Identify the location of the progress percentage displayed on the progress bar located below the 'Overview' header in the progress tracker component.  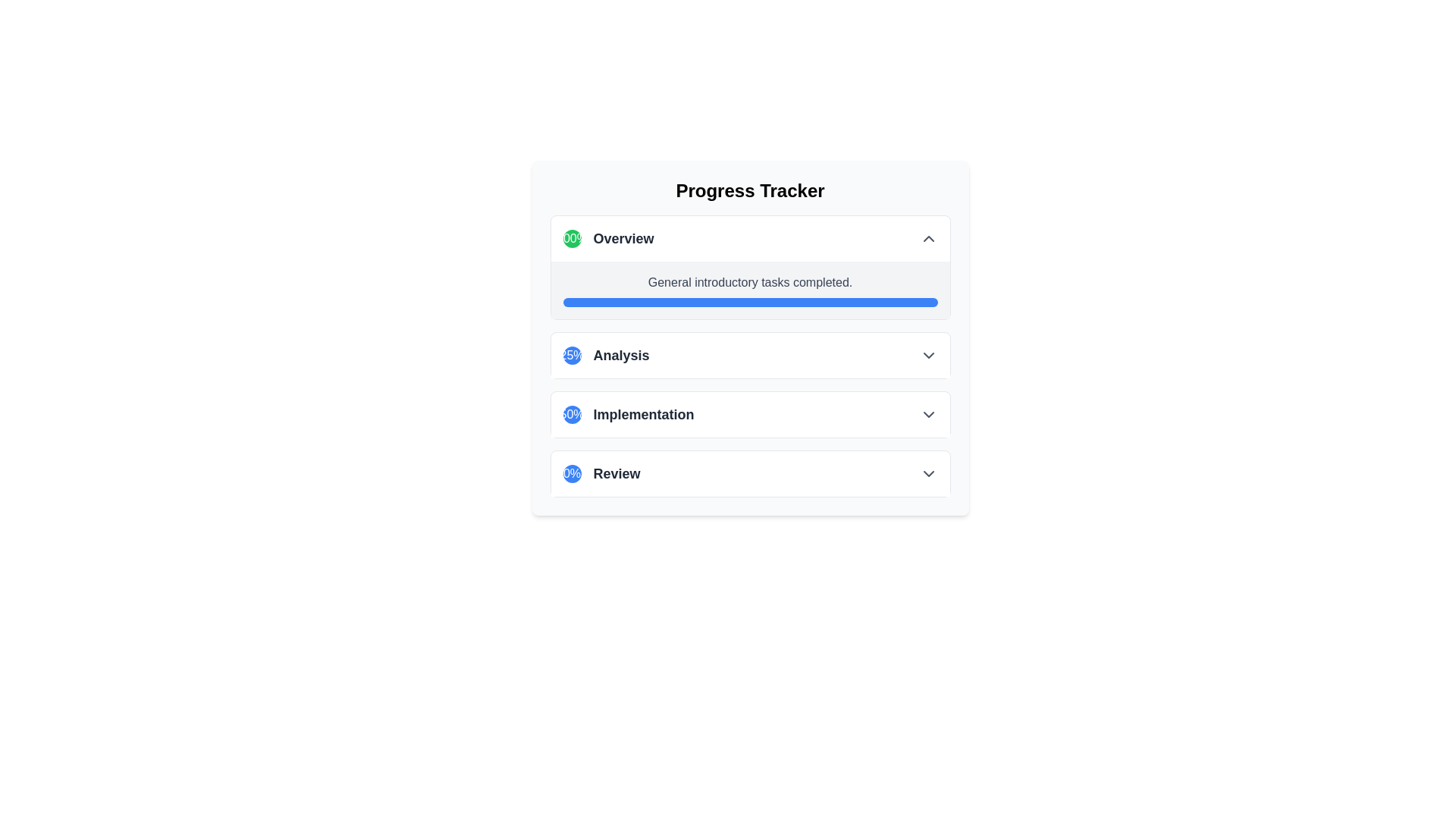
(750, 290).